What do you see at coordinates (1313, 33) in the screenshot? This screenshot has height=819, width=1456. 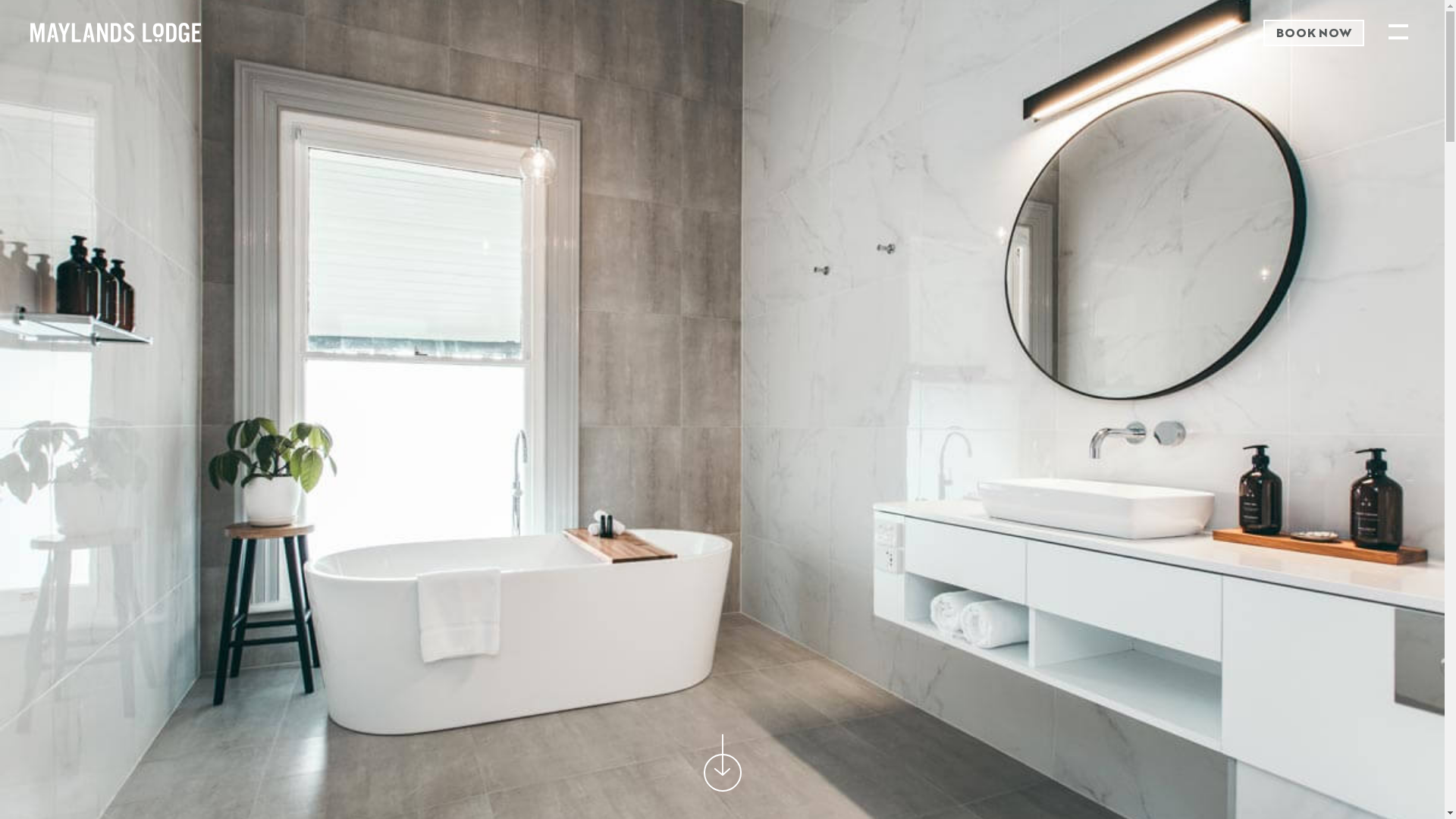 I see `'BOOK NOW'` at bounding box center [1313, 33].